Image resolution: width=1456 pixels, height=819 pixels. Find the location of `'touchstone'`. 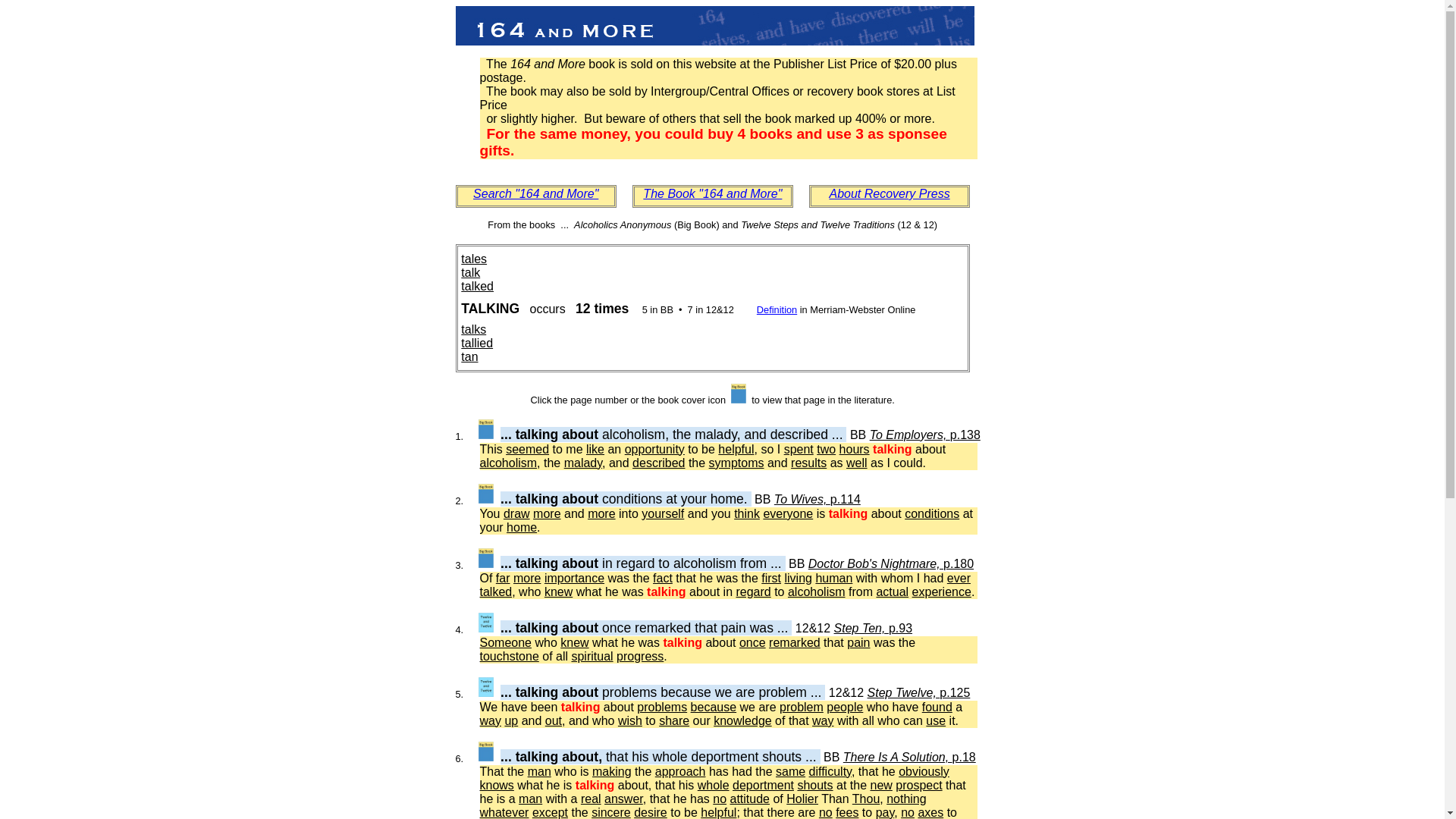

'touchstone' is located at coordinates (479, 655).